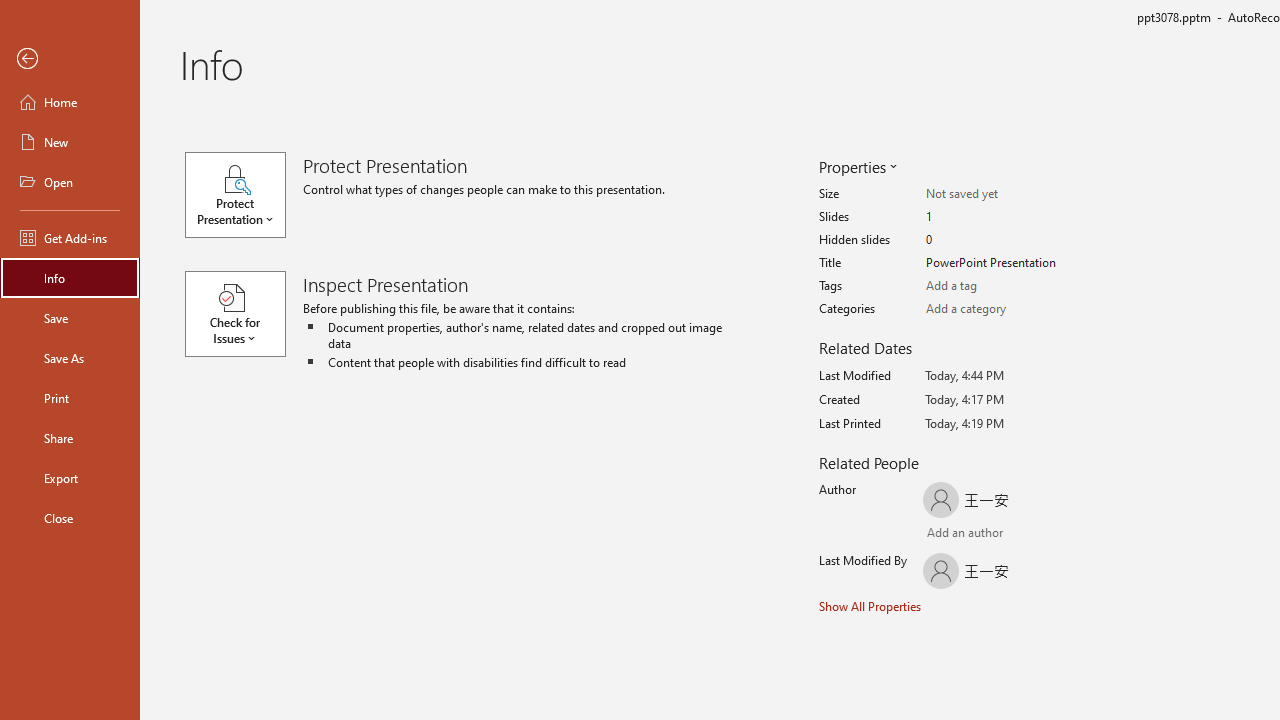 The image size is (1280, 720). I want to click on 'Print', so click(69, 398).